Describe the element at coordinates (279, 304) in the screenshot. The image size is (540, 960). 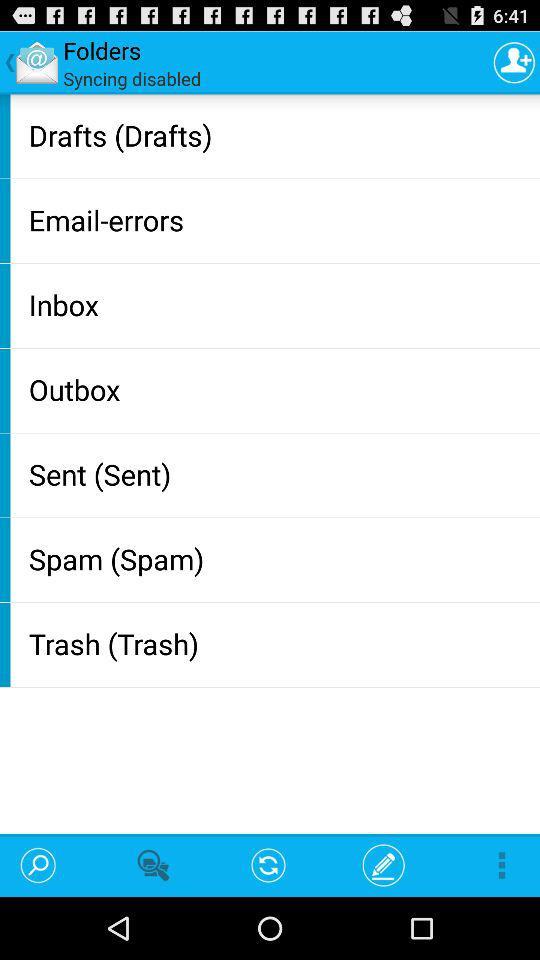
I see `the item below email-errors app` at that location.